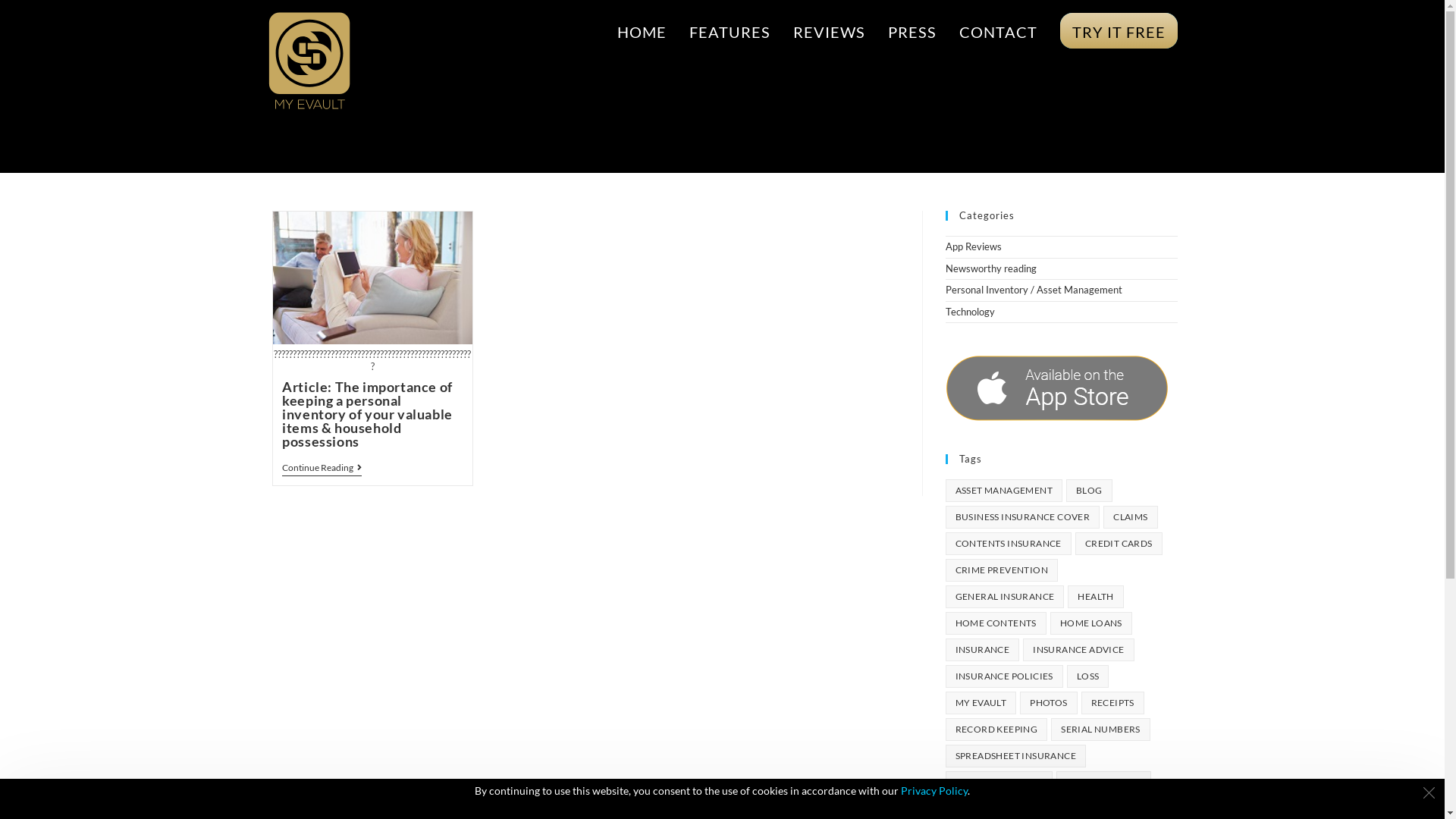 The image size is (1456, 819). I want to click on 'TRY IT FREE', so click(1047, 32).